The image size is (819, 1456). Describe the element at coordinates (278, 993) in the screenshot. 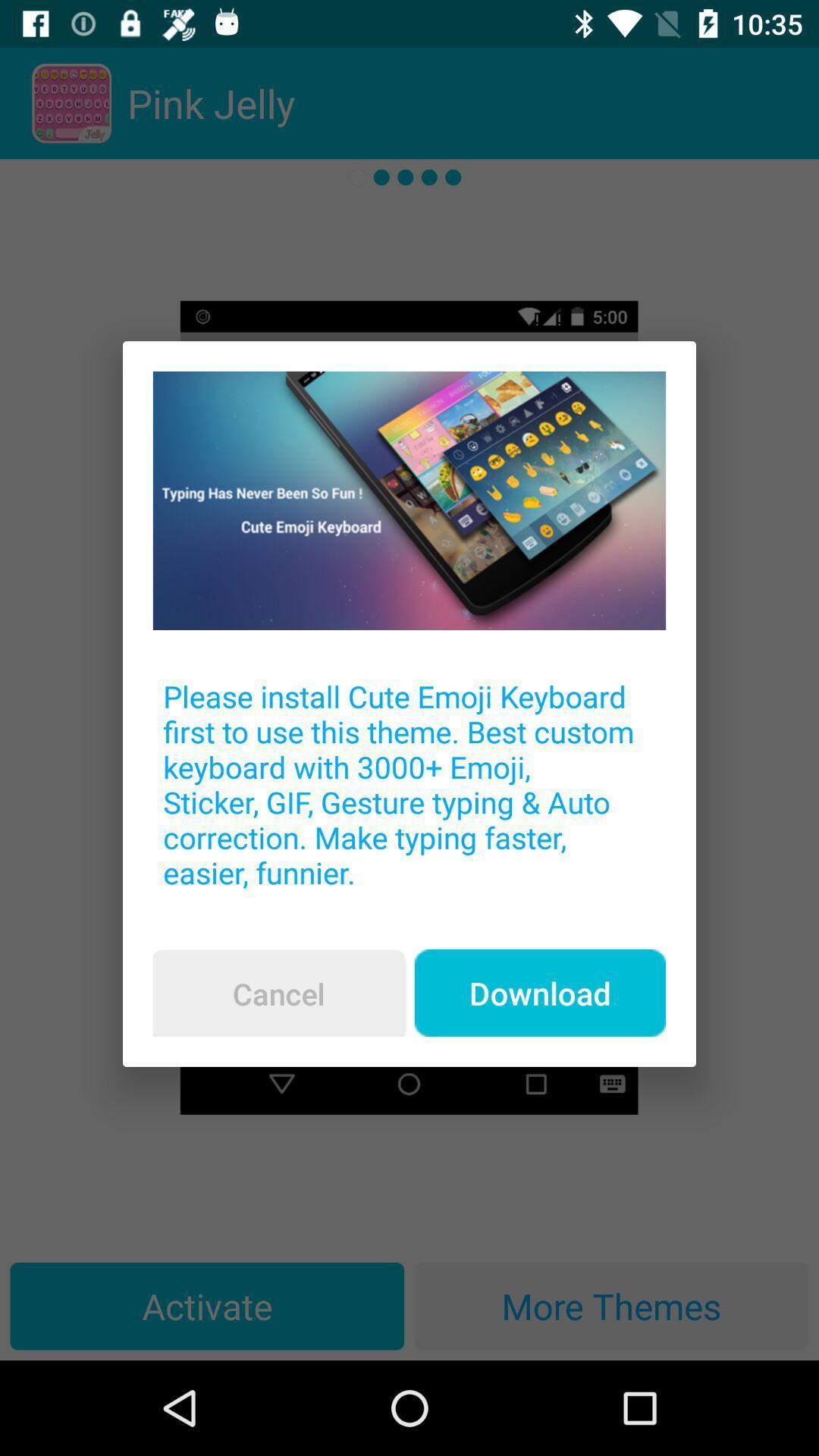

I see `cancel icon` at that location.